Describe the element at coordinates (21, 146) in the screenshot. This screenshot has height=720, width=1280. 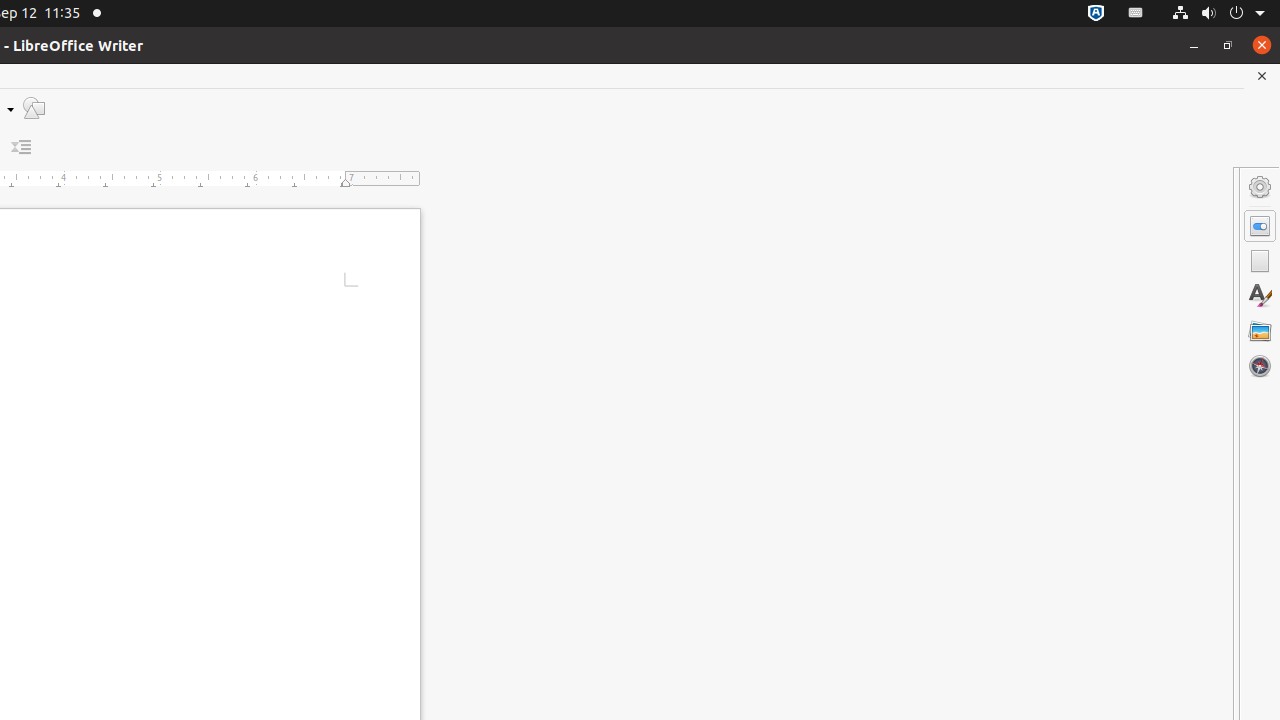
I see `'Decrease'` at that location.